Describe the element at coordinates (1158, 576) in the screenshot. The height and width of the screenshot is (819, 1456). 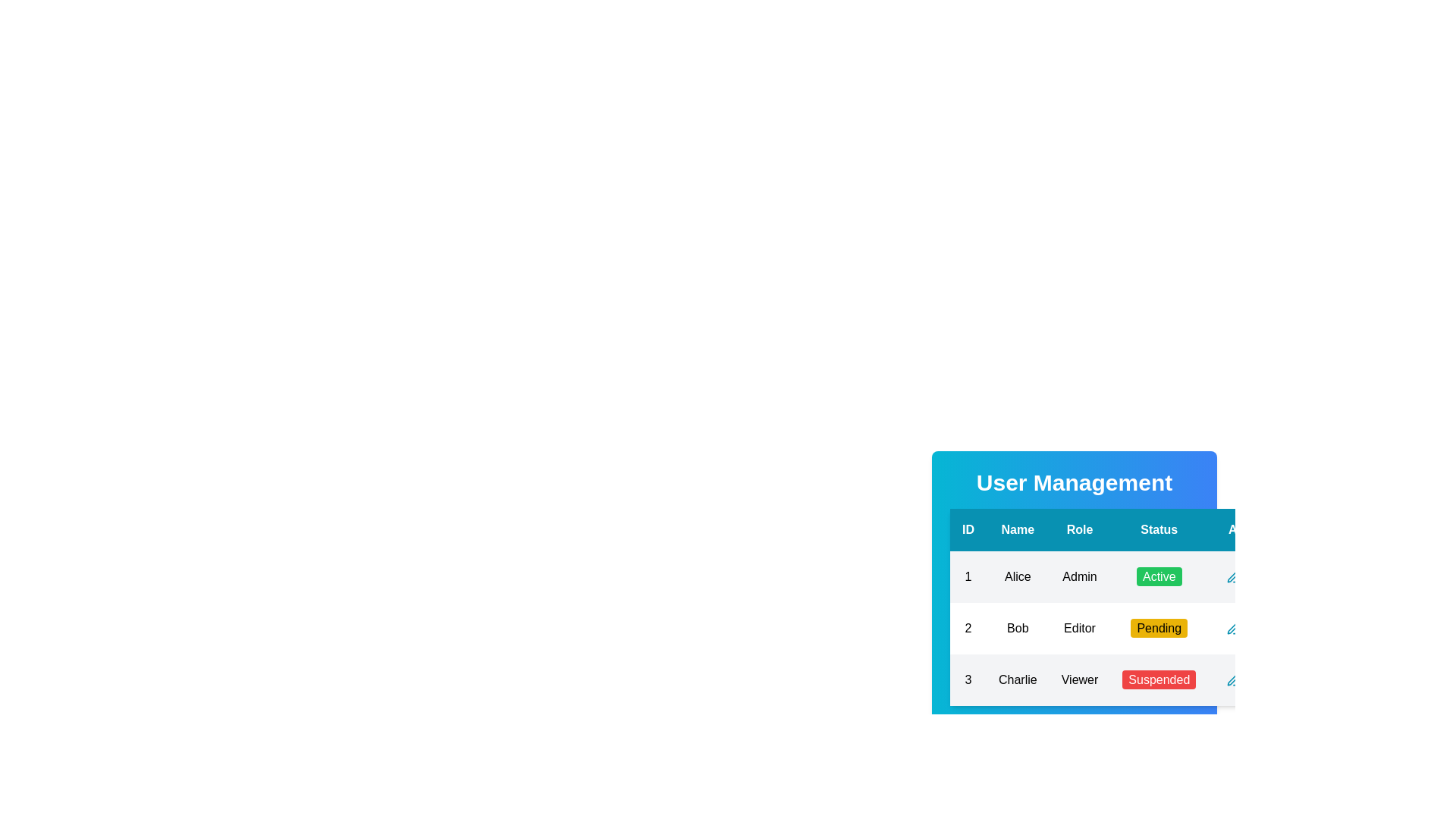
I see `the 'Active' status label for 'Alice' in the Status column of the table` at that location.